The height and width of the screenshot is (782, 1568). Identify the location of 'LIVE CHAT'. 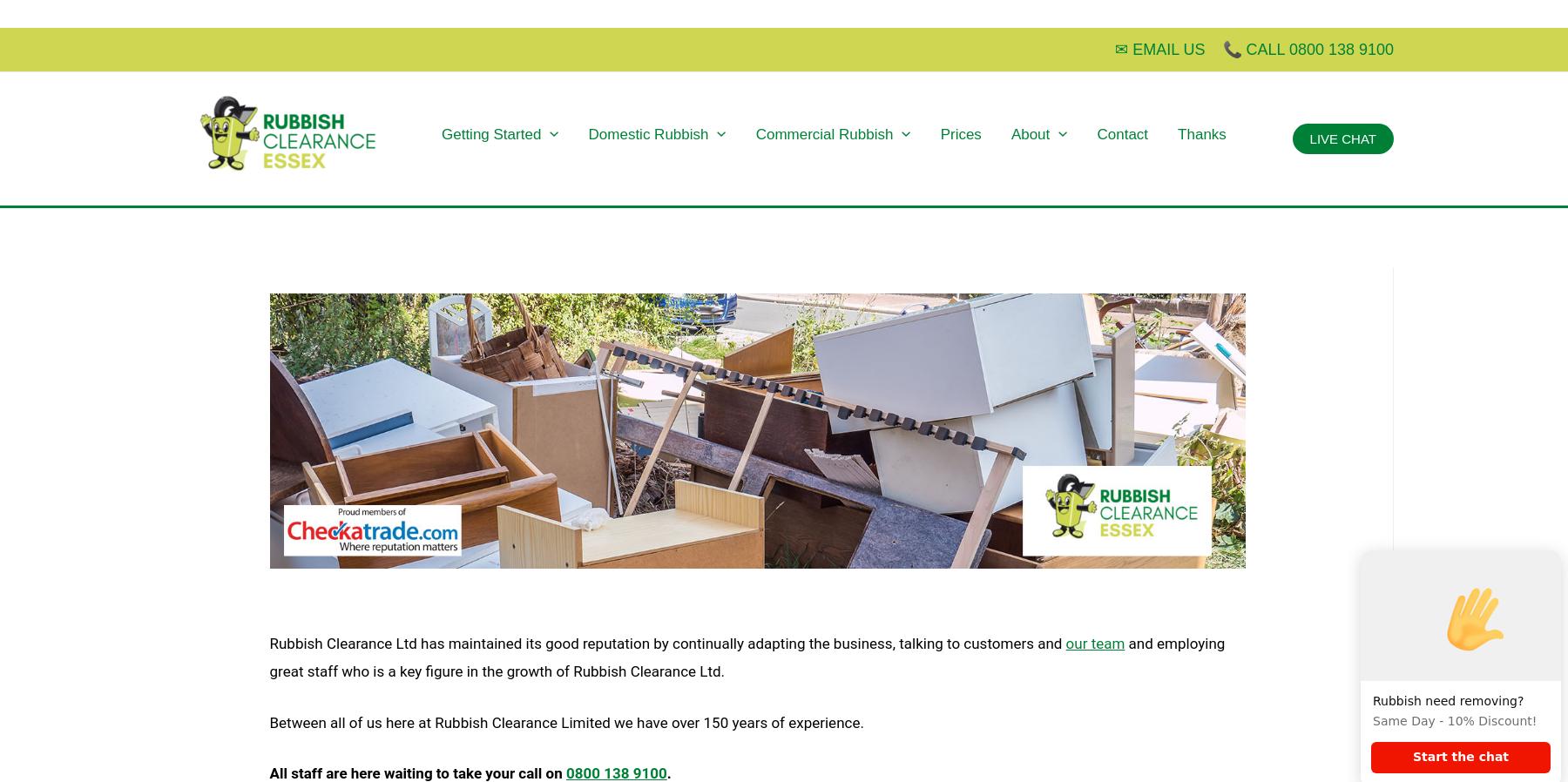
(1309, 138).